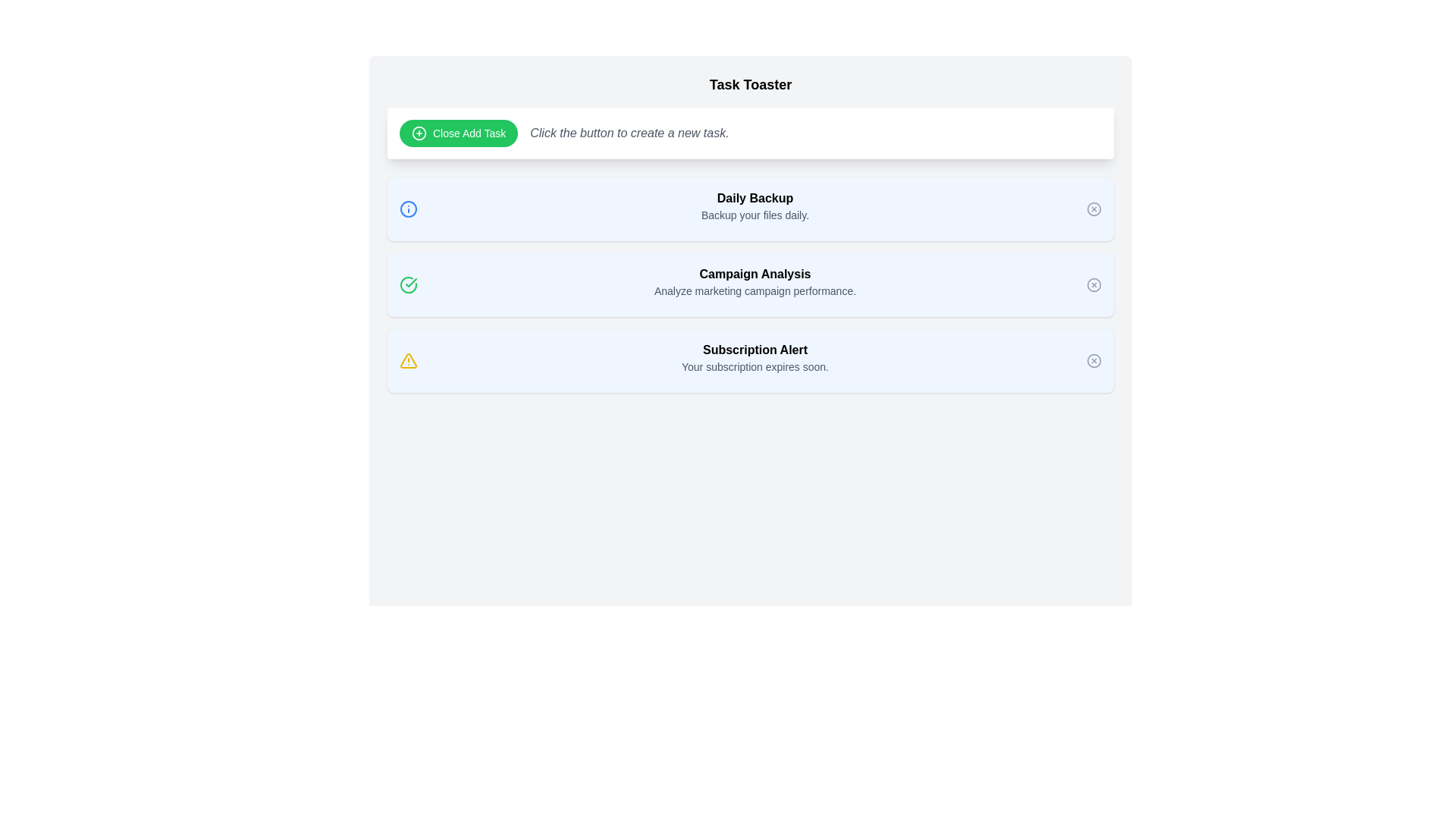 This screenshot has height=819, width=1456. What do you see at coordinates (755, 350) in the screenshot?
I see `the 'Subscription Alert' static text element, which is prominently displayed in bold black font on a white background, located below the 'Campaign Analysis' section` at bounding box center [755, 350].